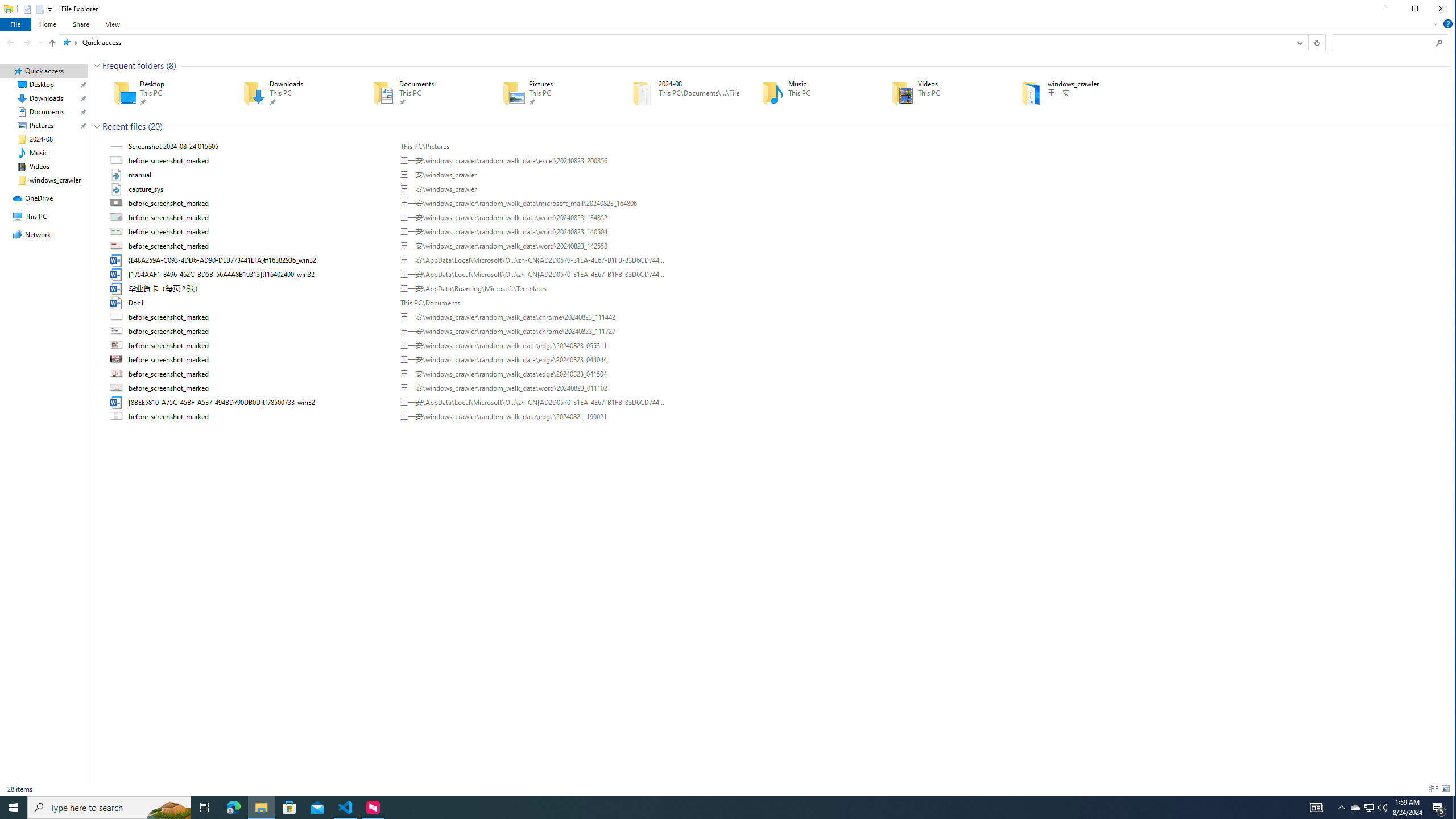 Image resolution: width=1456 pixels, height=819 pixels. Describe the element at coordinates (1433, 789) in the screenshot. I see `'Details'` at that location.